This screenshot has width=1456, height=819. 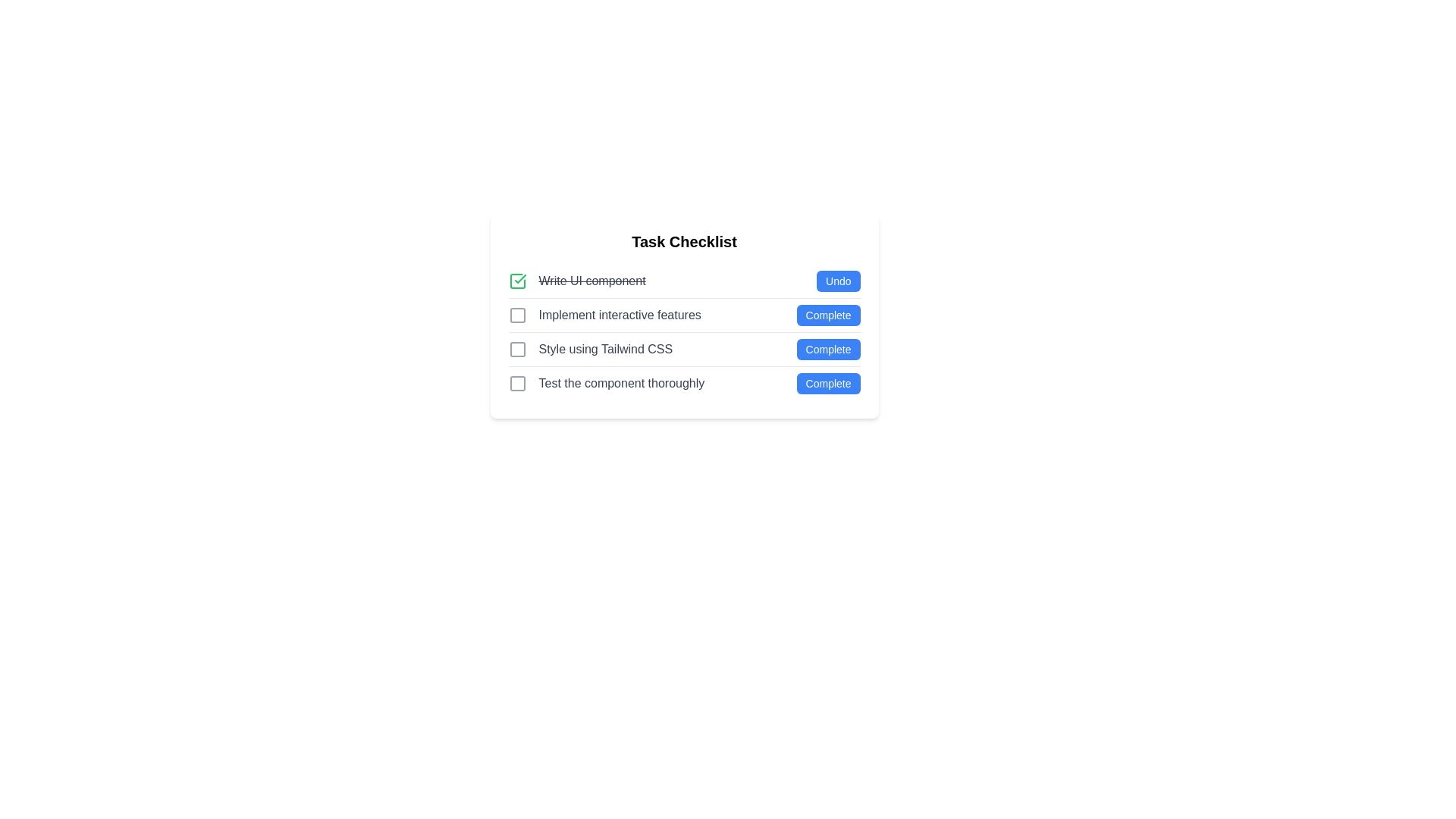 I want to click on SVG graphic representing a status or selection marker in the task checklist by clicking on its center point, so click(x=517, y=315).